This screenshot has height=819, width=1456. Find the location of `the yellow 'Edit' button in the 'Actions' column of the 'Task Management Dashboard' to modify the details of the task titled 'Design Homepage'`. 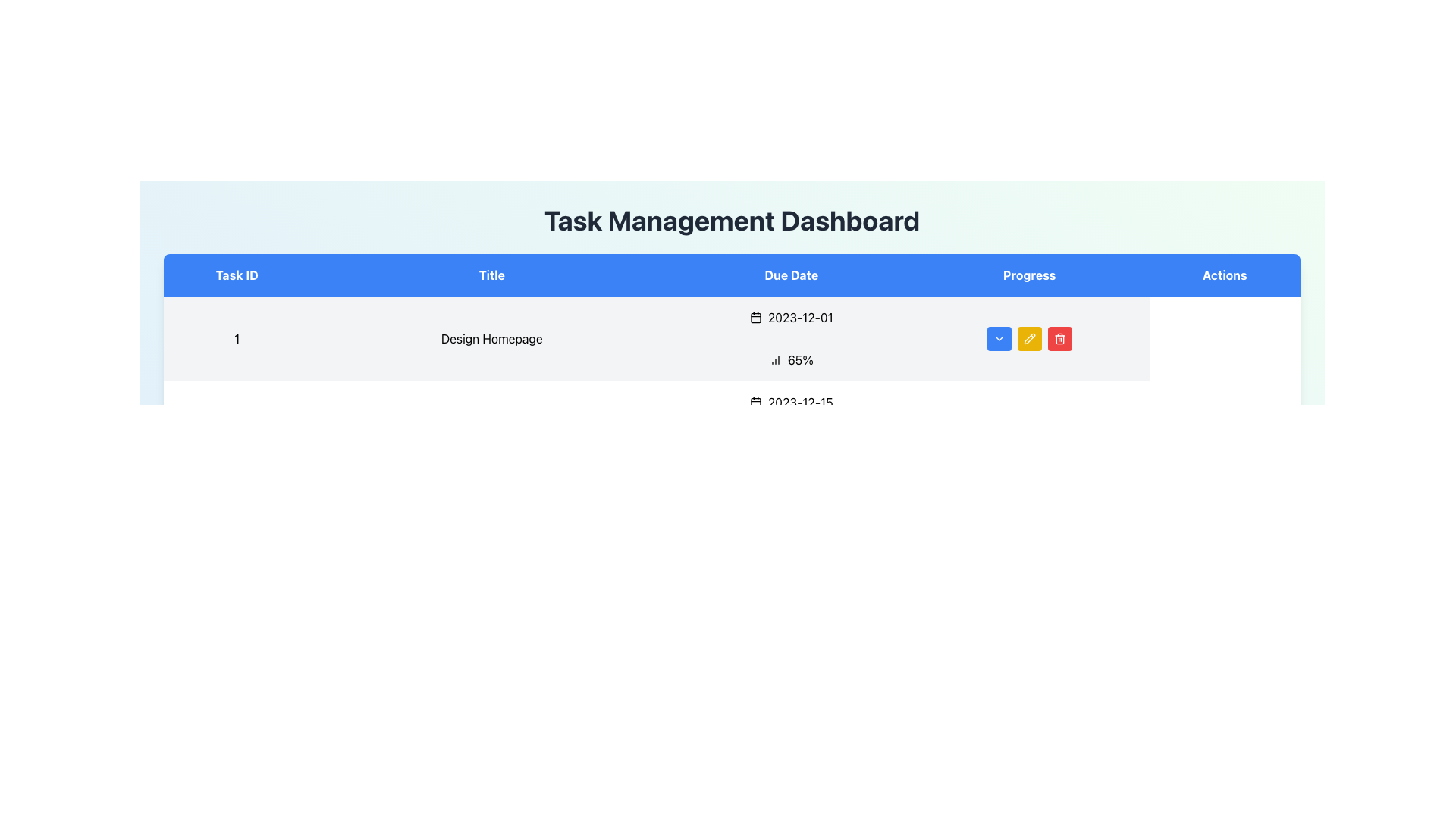

the yellow 'Edit' button in the 'Actions' column of the 'Task Management Dashboard' to modify the details of the task titled 'Design Homepage' is located at coordinates (1029, 338).